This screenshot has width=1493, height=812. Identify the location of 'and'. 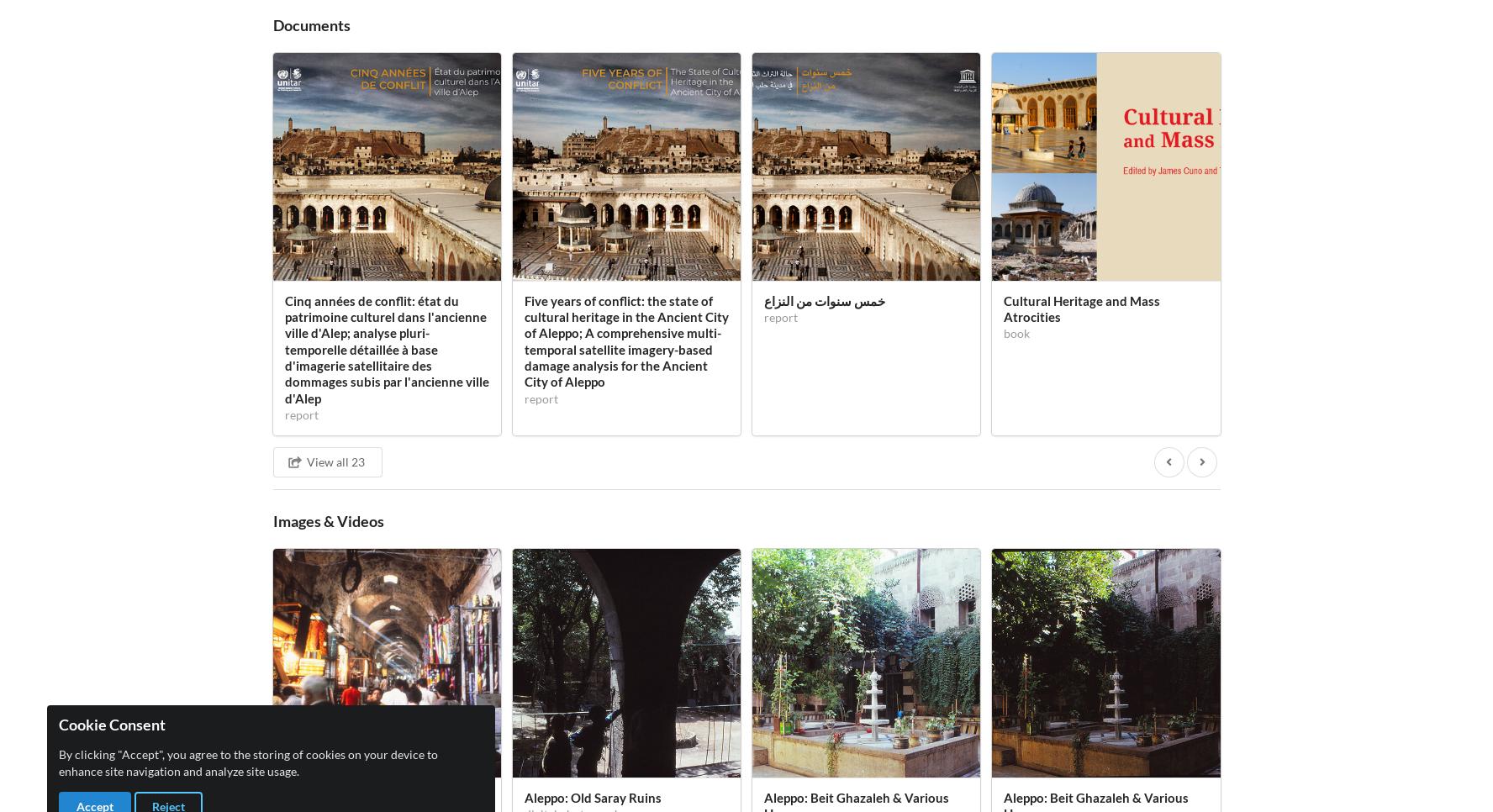
(612, 113).